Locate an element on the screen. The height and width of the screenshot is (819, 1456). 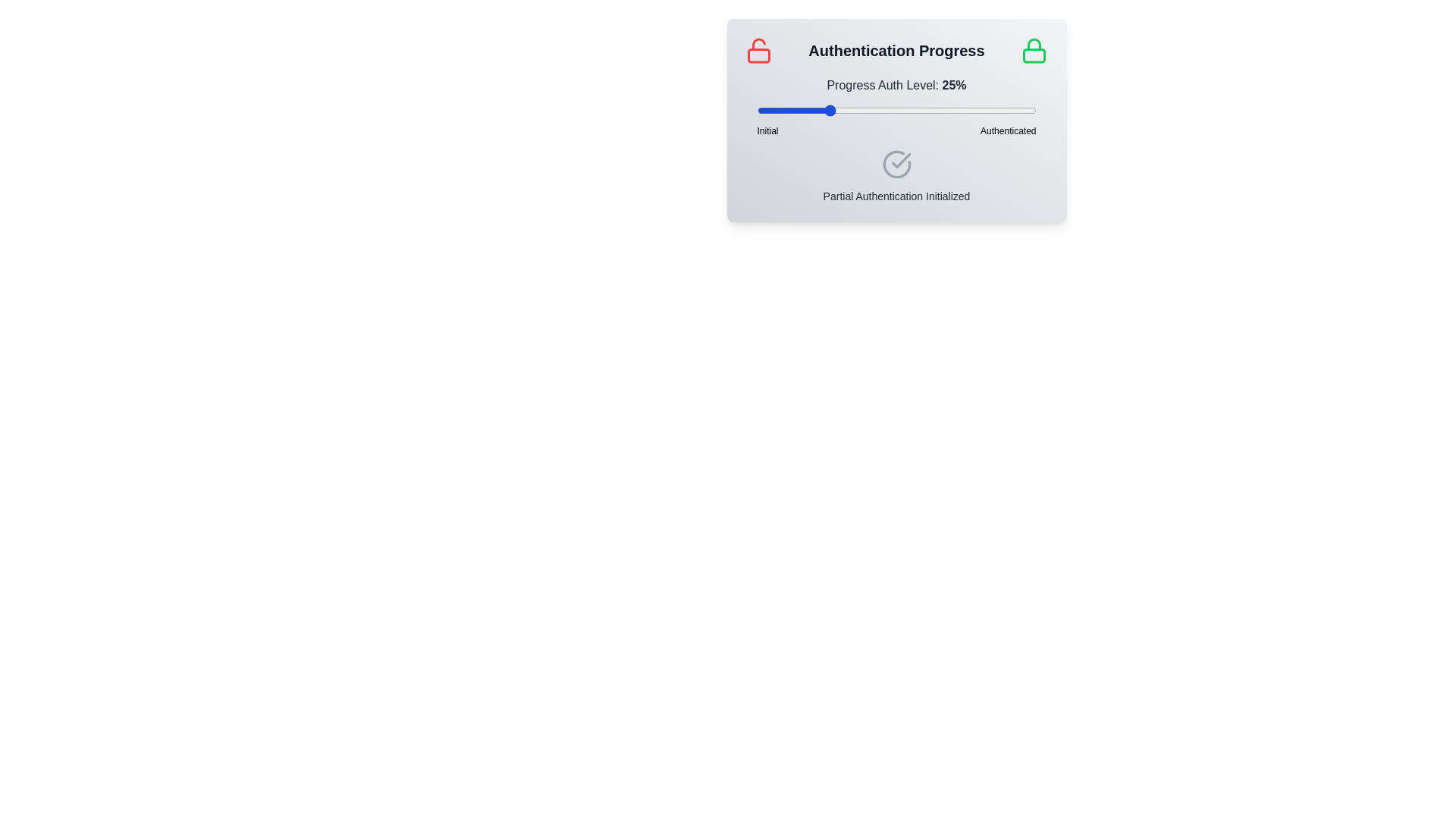
the slider to set the authentication level to 93 is located at coordinates (1016, 110).